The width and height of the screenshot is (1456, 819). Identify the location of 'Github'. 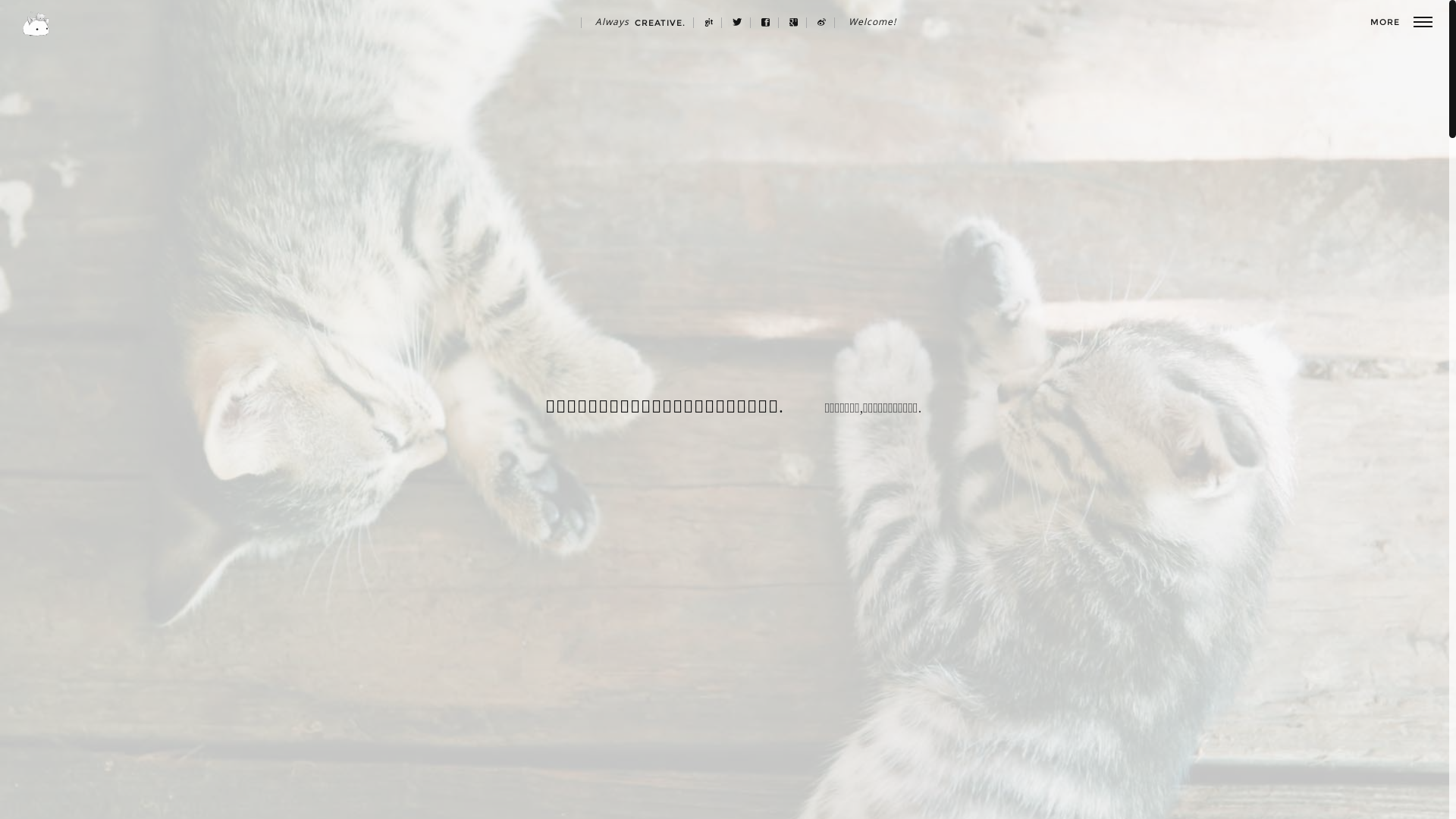
(708, 23).